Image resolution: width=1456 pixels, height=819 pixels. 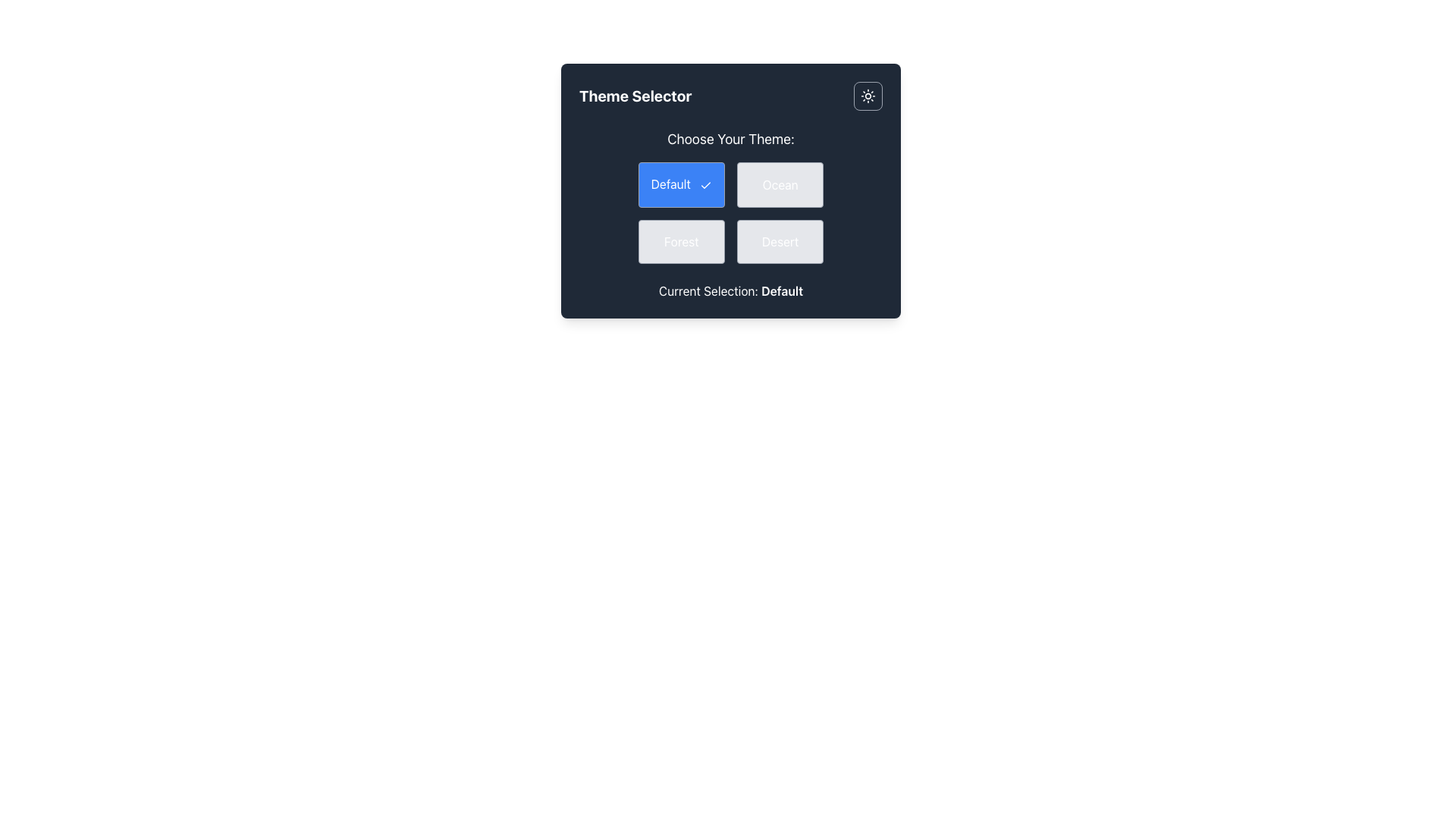 I want to click on the 'Default' option in the theme selection grid, which is styled with a blue background and white text, so click(x=731, y=212).